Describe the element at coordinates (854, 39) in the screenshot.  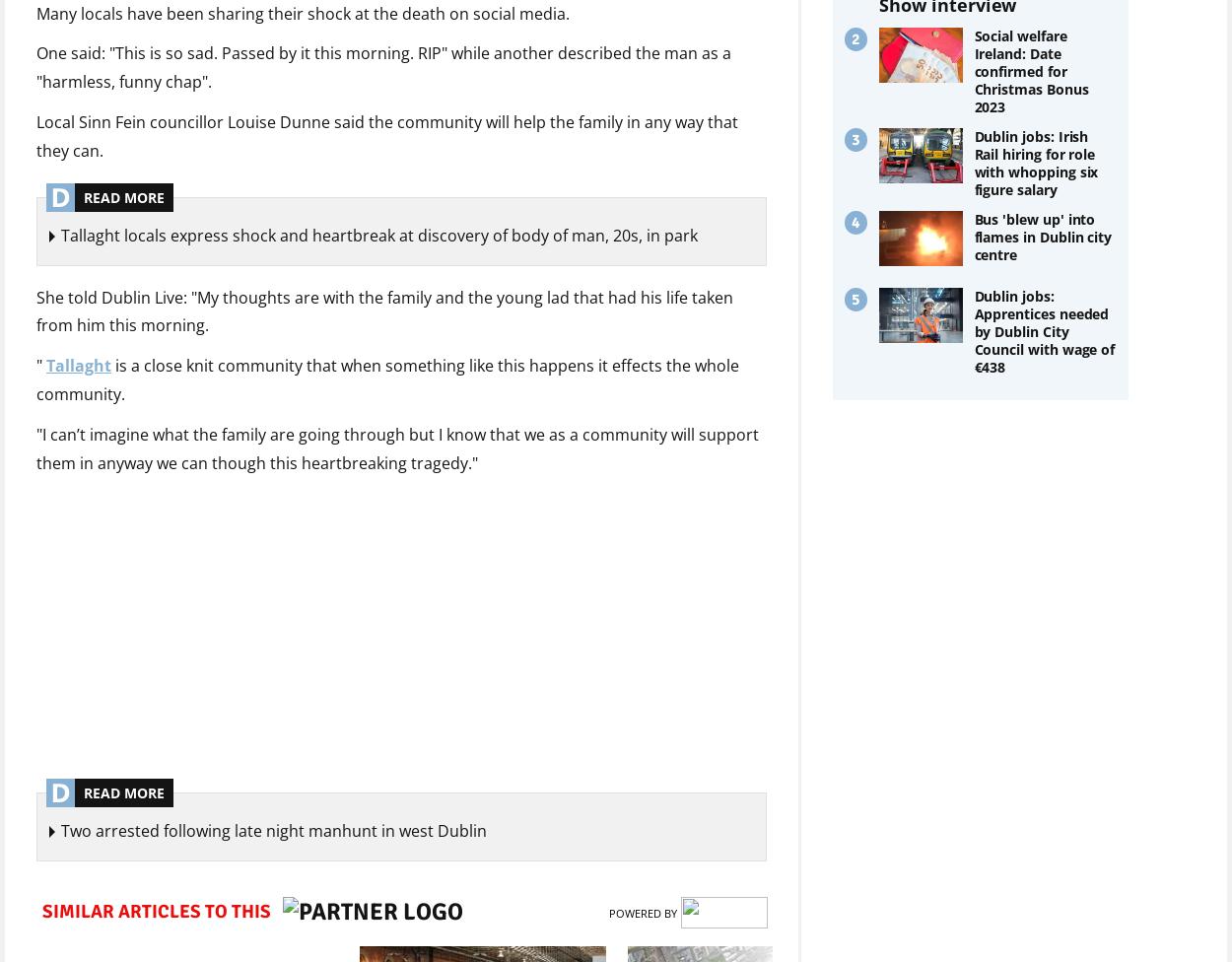
I see `'2'` at that location.